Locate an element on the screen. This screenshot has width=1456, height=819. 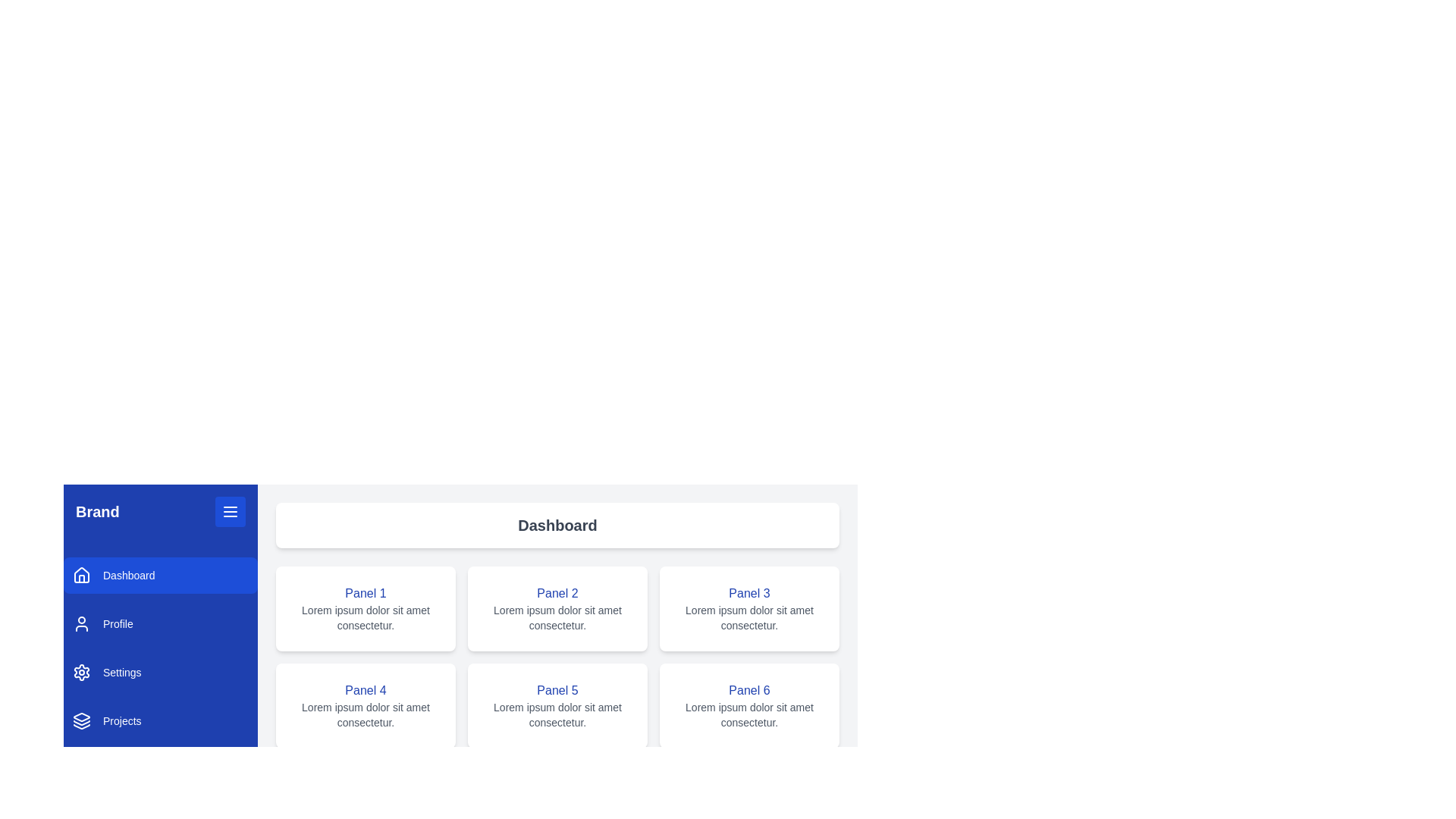
the user icon in the left navigation bar is located at coordinates (81, 623).